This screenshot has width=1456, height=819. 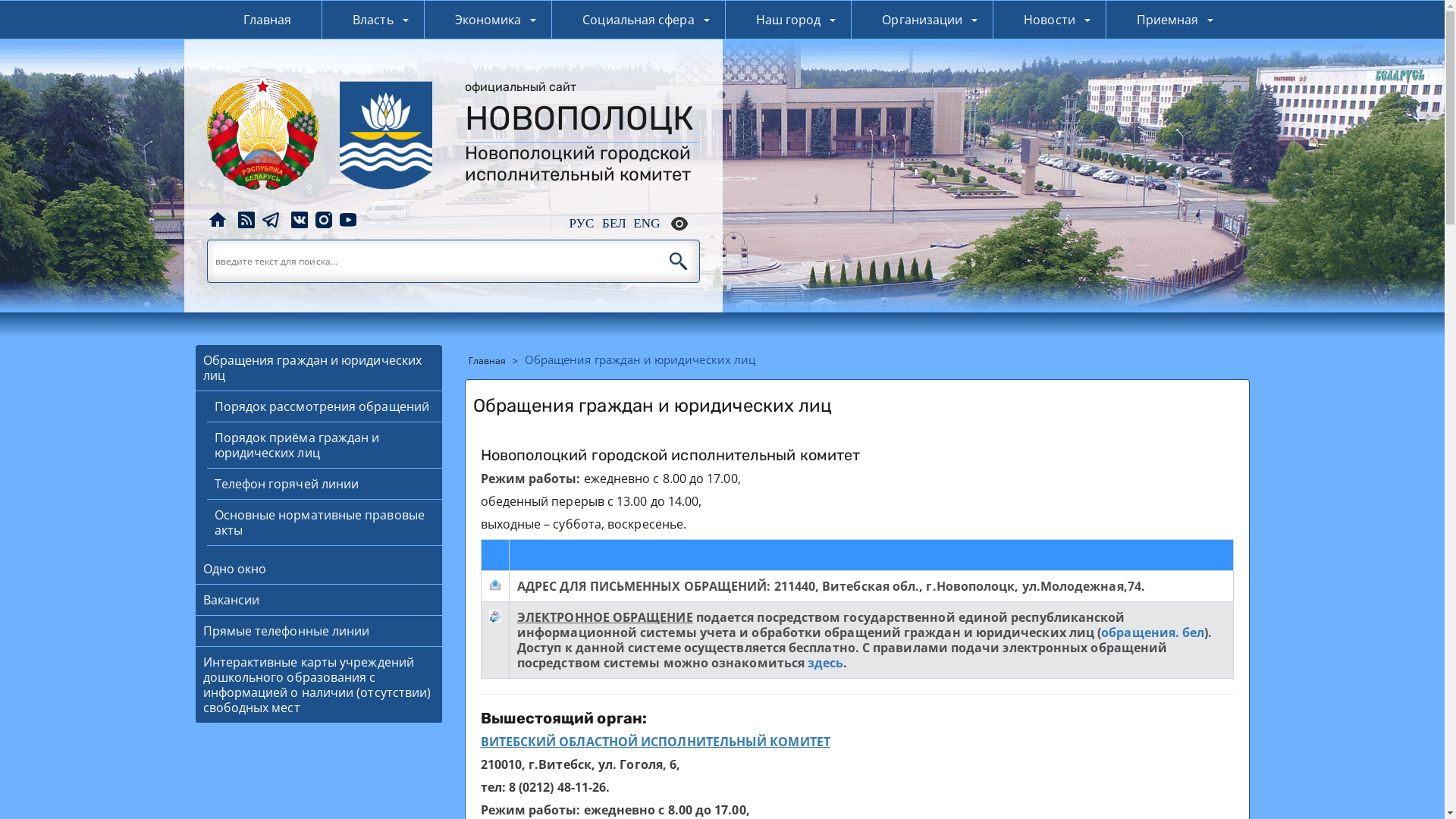 What do you see at coordinates (323, 218) in the screenshot?
I see `'Instagram'` at bounding box center [323, 218].